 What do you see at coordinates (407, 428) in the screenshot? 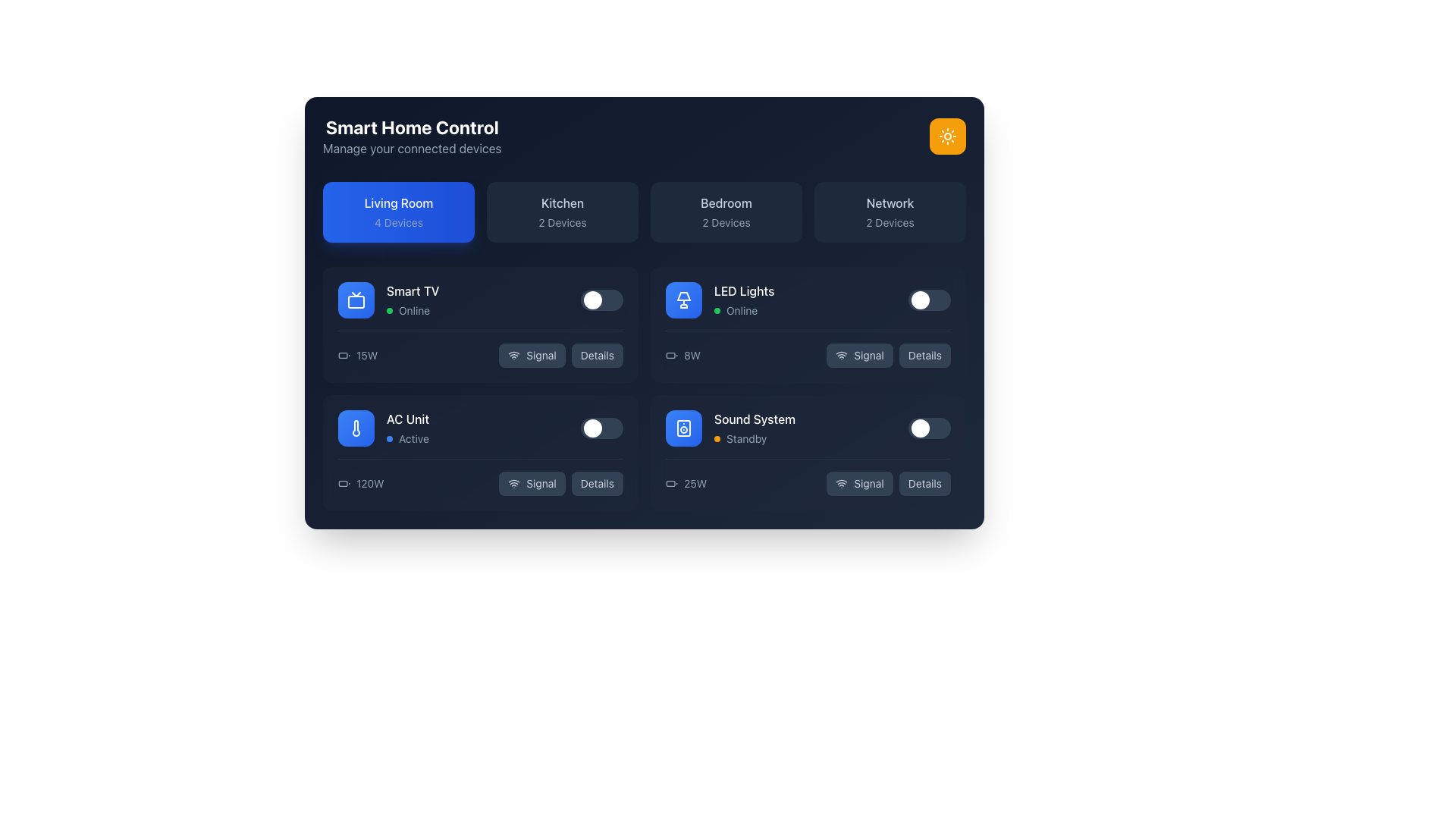
I see `the label indicating the device name 'AC Unit' and its status 'Active', located in the bottom-left section of the 'Living Room' panel` at bounding box center [407, 428].